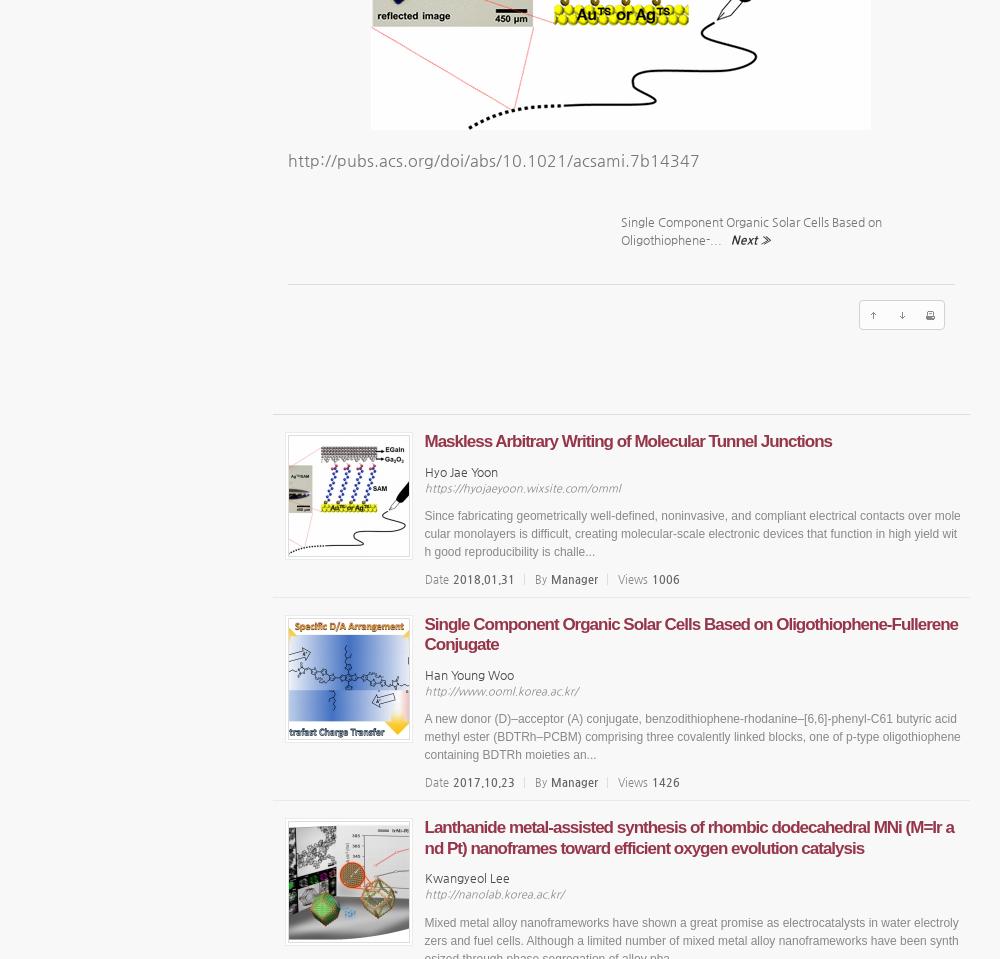 This screenshot has height=959, width=1000. What do you see at coordinates (690, 634) in the screenshot?
I see `'Single Component Organic Solar Cells Based on Oligothiophene-Fullerene Conjugate'` at bounding box center [690, 634].